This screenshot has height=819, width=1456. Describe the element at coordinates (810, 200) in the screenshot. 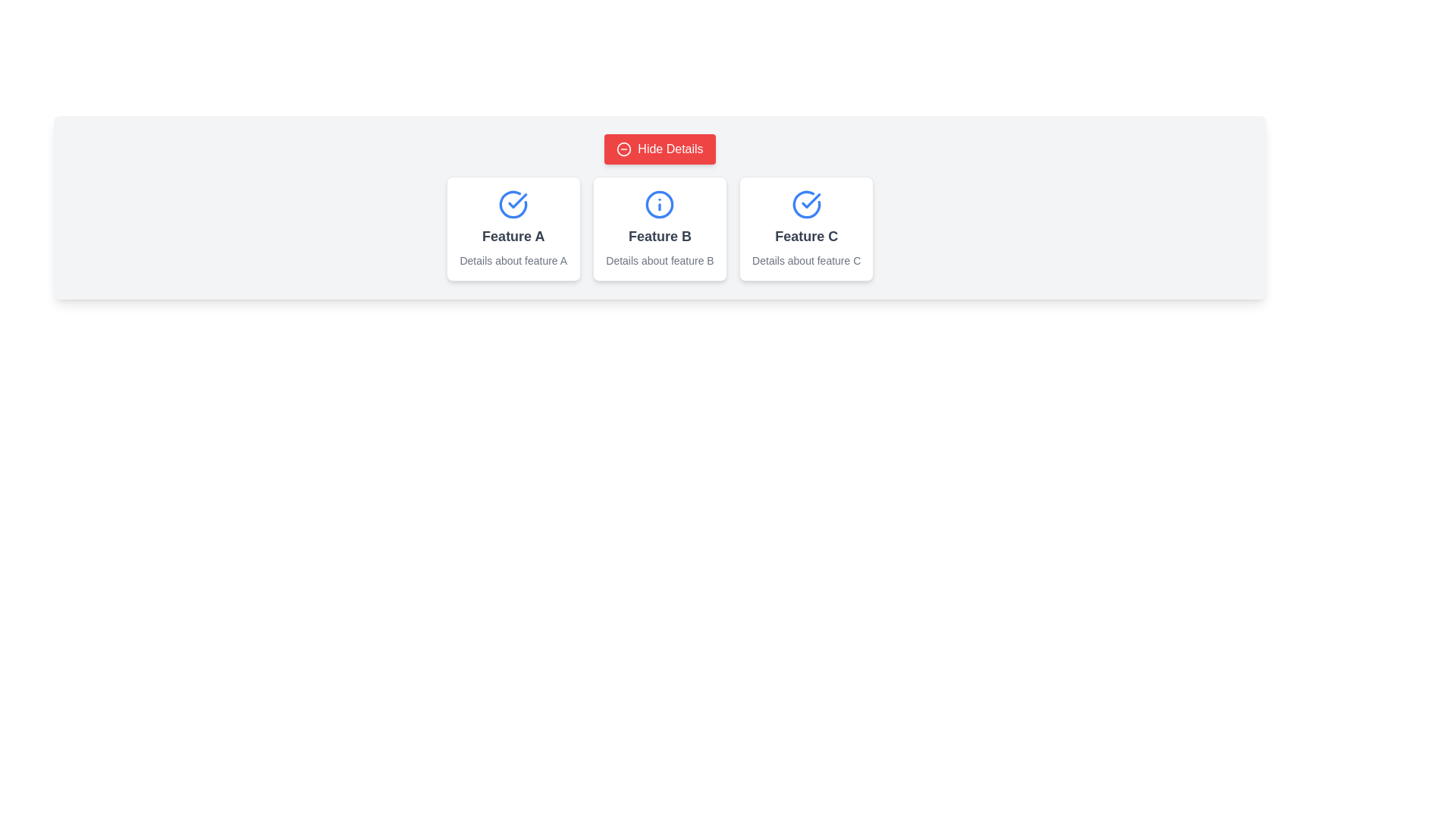

I see `the blue-bordered checkmark icon located in the center of the card labeled 'Feature A'` at that location.